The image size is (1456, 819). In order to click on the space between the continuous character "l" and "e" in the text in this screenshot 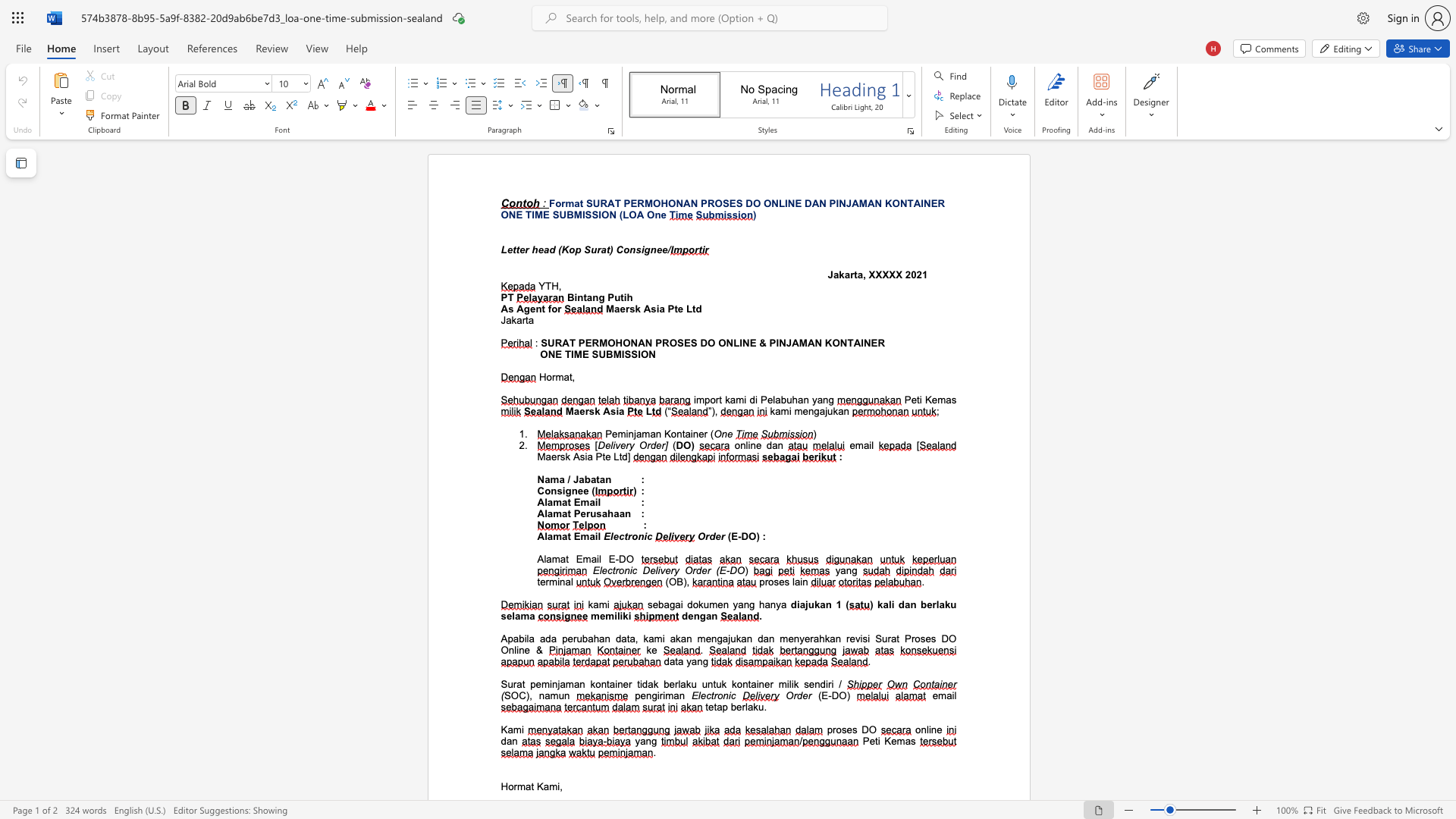, I will do `click(613, 535)`.